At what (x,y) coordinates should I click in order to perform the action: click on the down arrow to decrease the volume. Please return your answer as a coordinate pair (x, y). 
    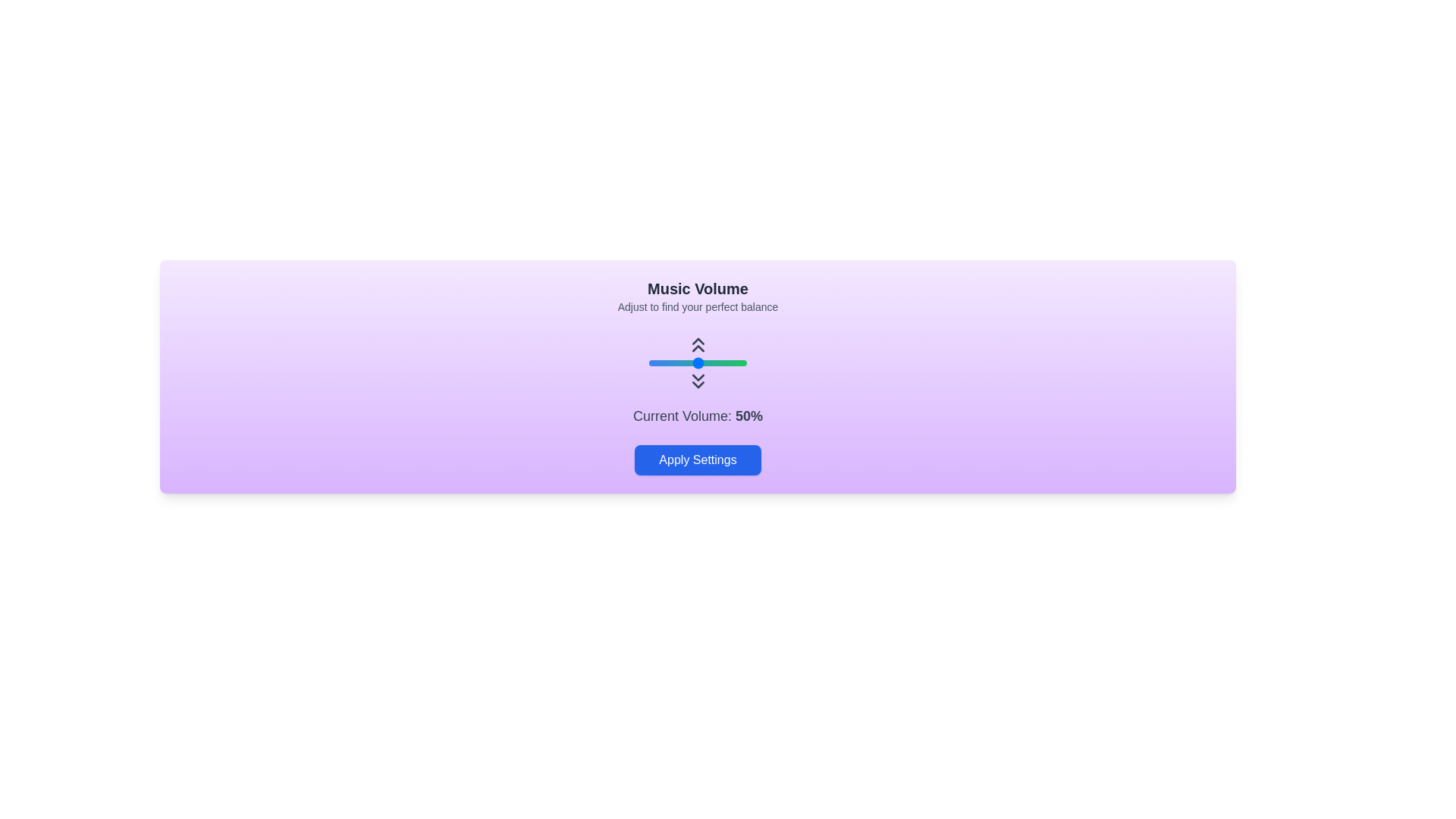
    Looking at the image, I should click on (697, 380).